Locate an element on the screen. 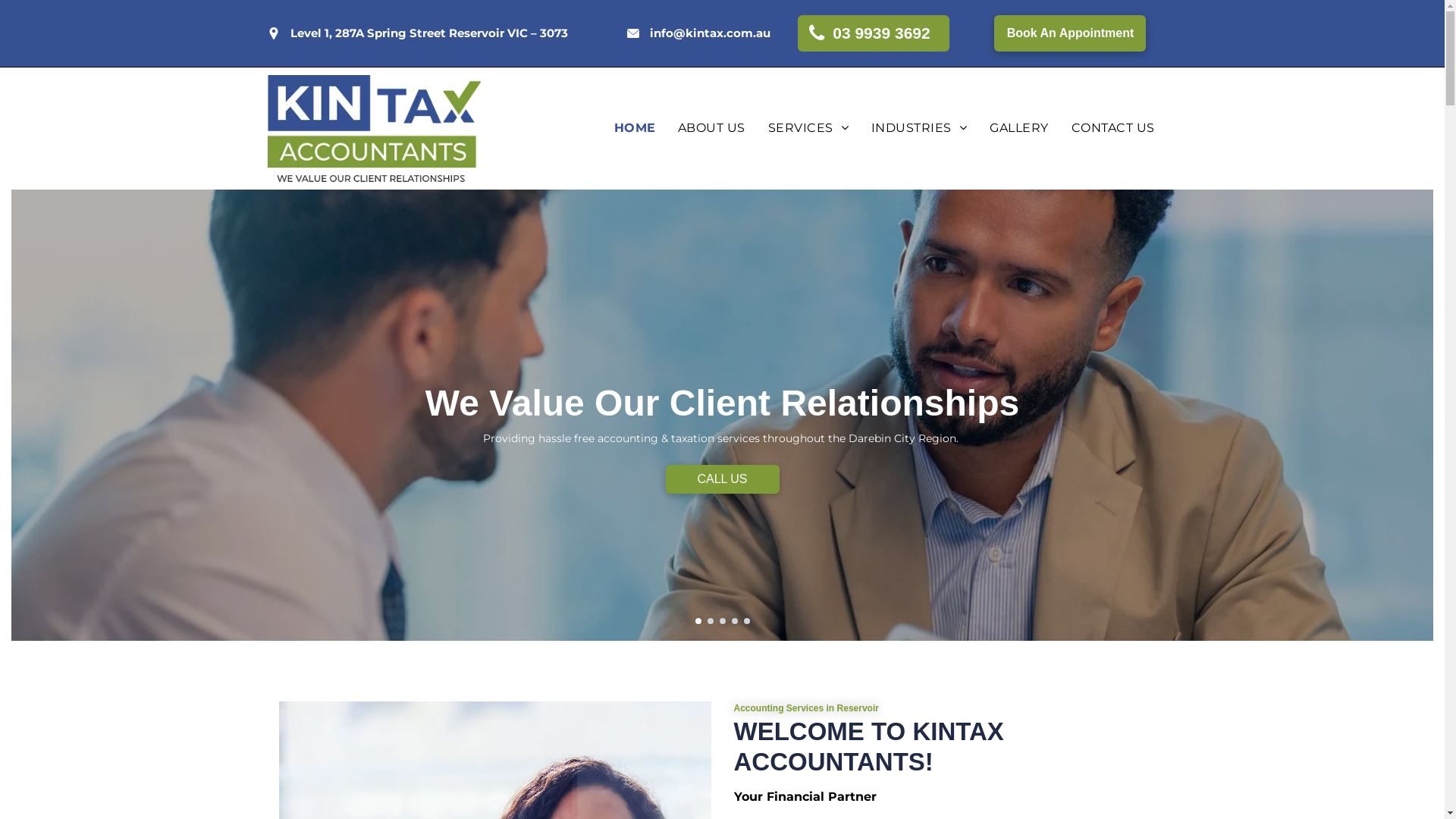 The width and height of the screenshot is (1456, 819). 'Kintax Accountants' is located at coordinates (374, 127).